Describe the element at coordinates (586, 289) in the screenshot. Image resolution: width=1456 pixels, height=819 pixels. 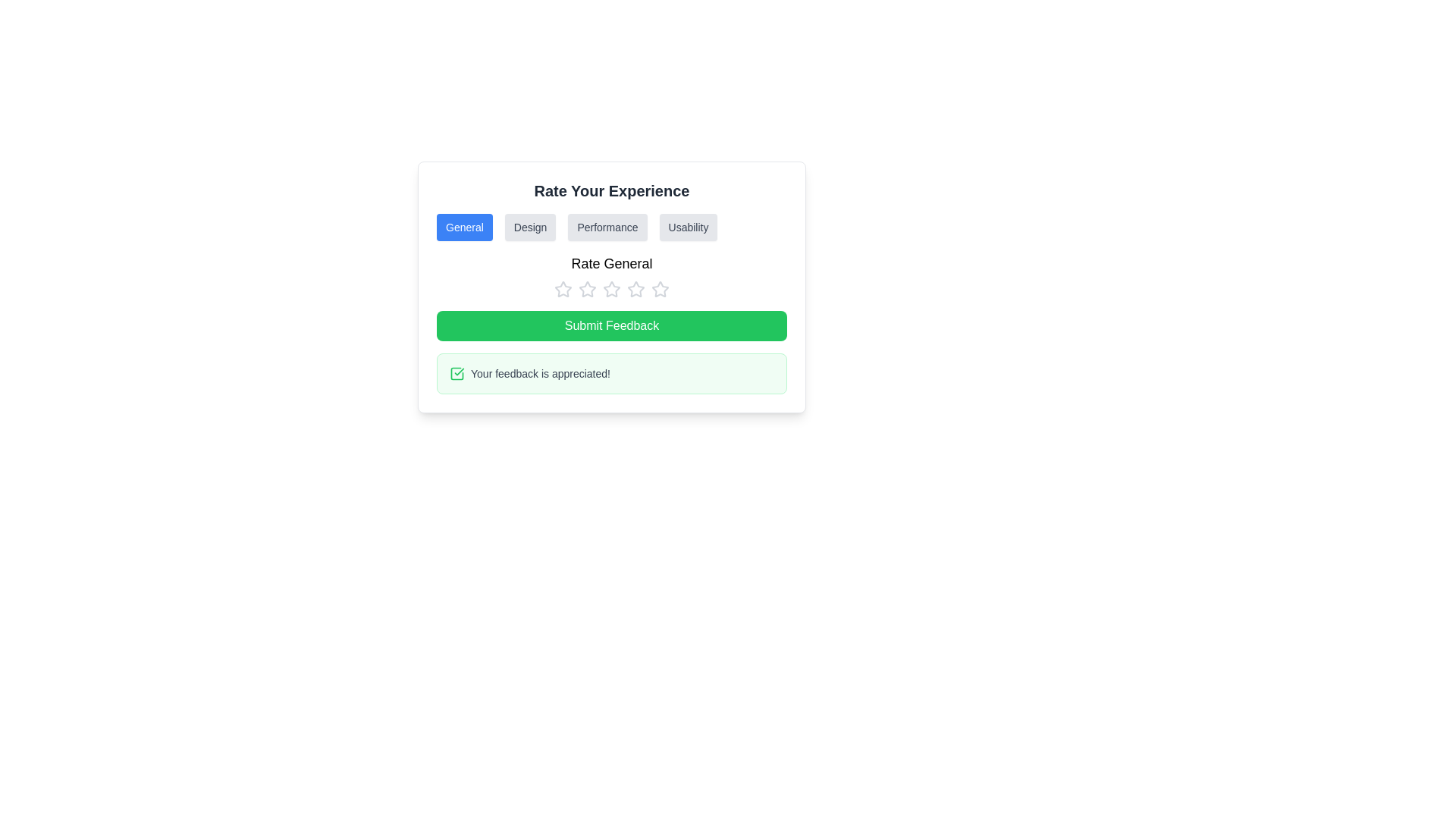
I see `the third clickable rating star icon, which is styled in gray and located in a row of five stars below the 'Rate General' text` at that location.